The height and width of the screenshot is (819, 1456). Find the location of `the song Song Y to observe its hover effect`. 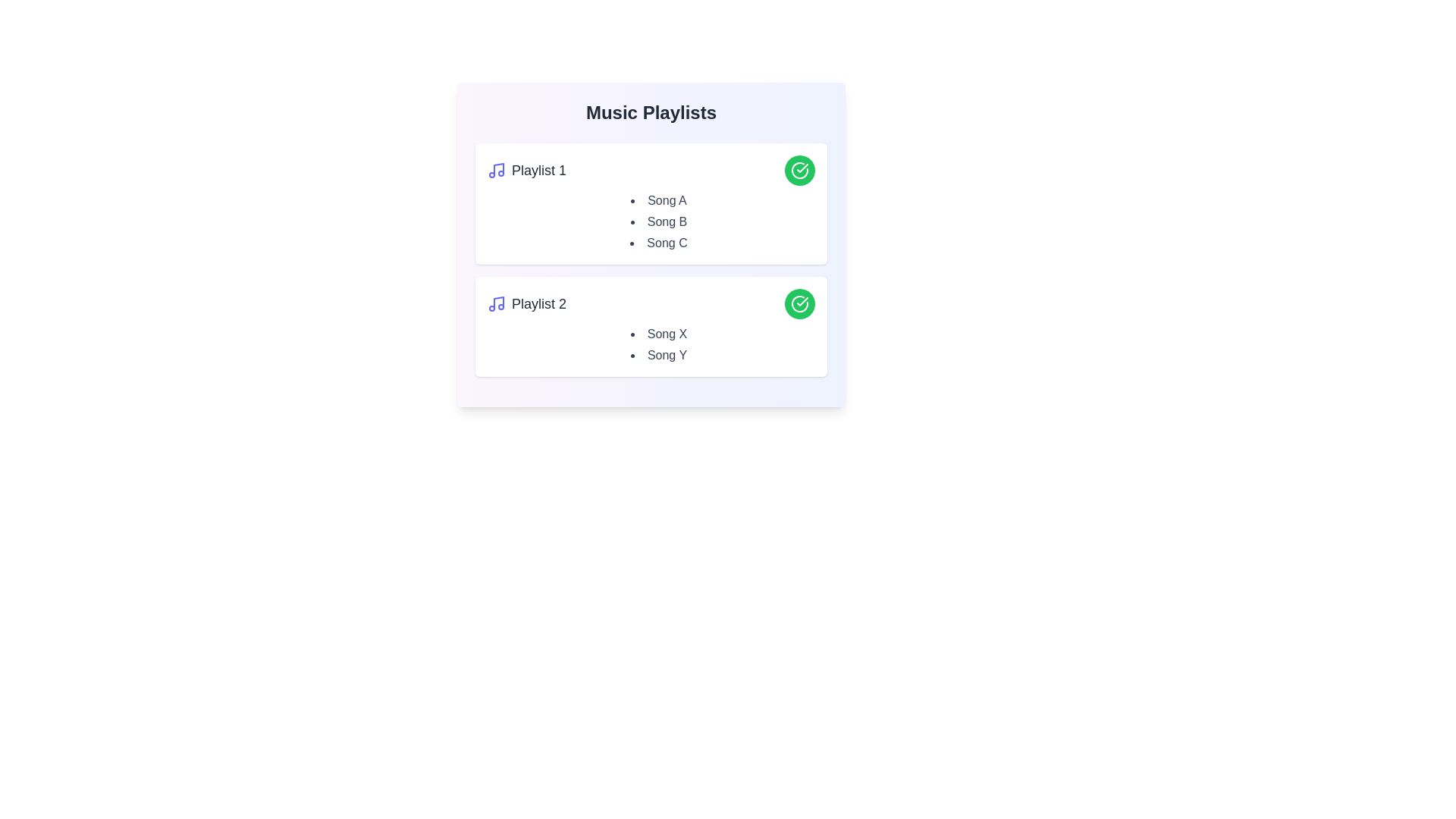

the song Song Y to observe its hover effect is located at coordinates (658, 356).